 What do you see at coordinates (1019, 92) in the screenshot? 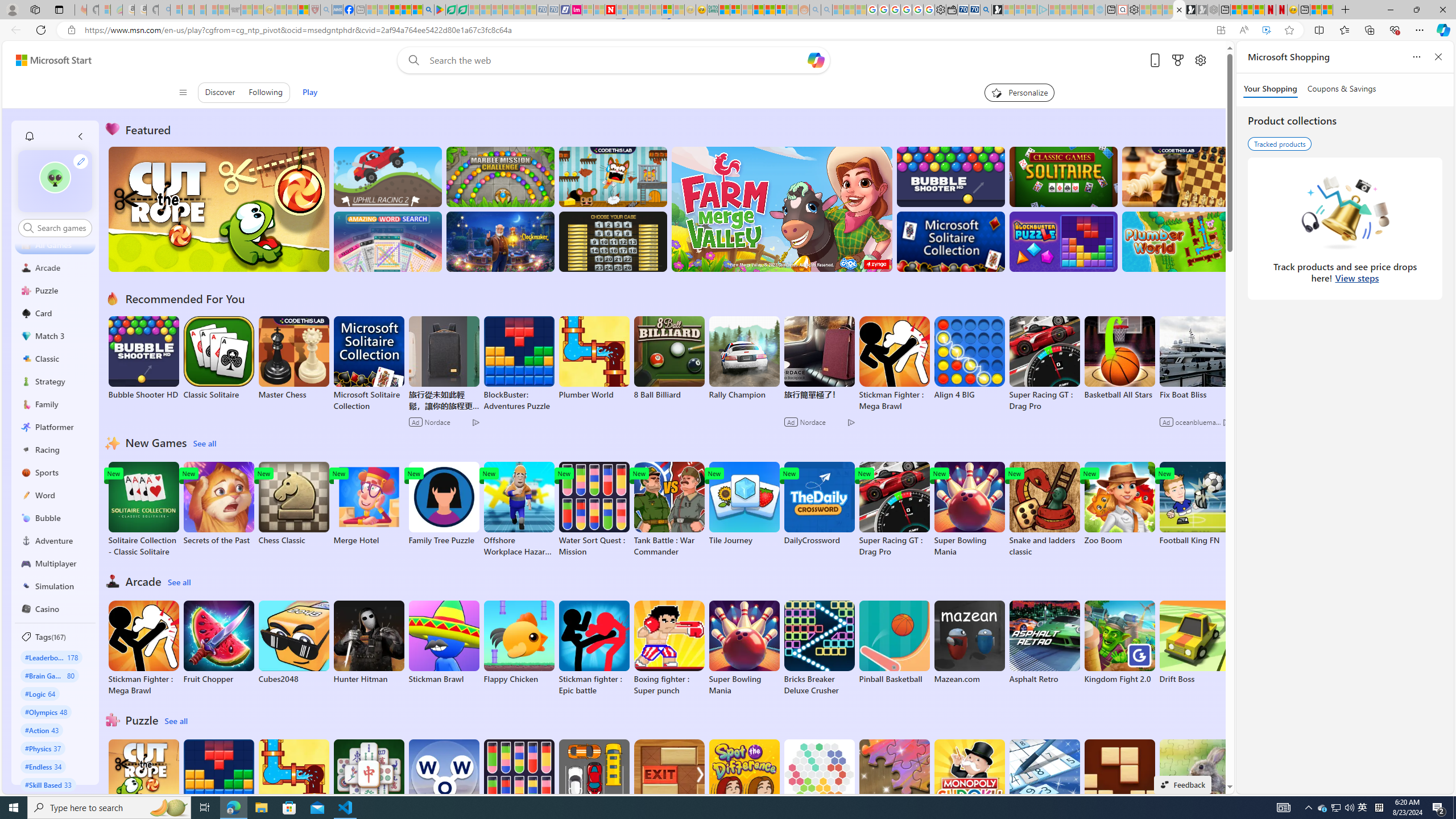
I see `'Personalize your feed"'` at bounding box center [1019, 92].